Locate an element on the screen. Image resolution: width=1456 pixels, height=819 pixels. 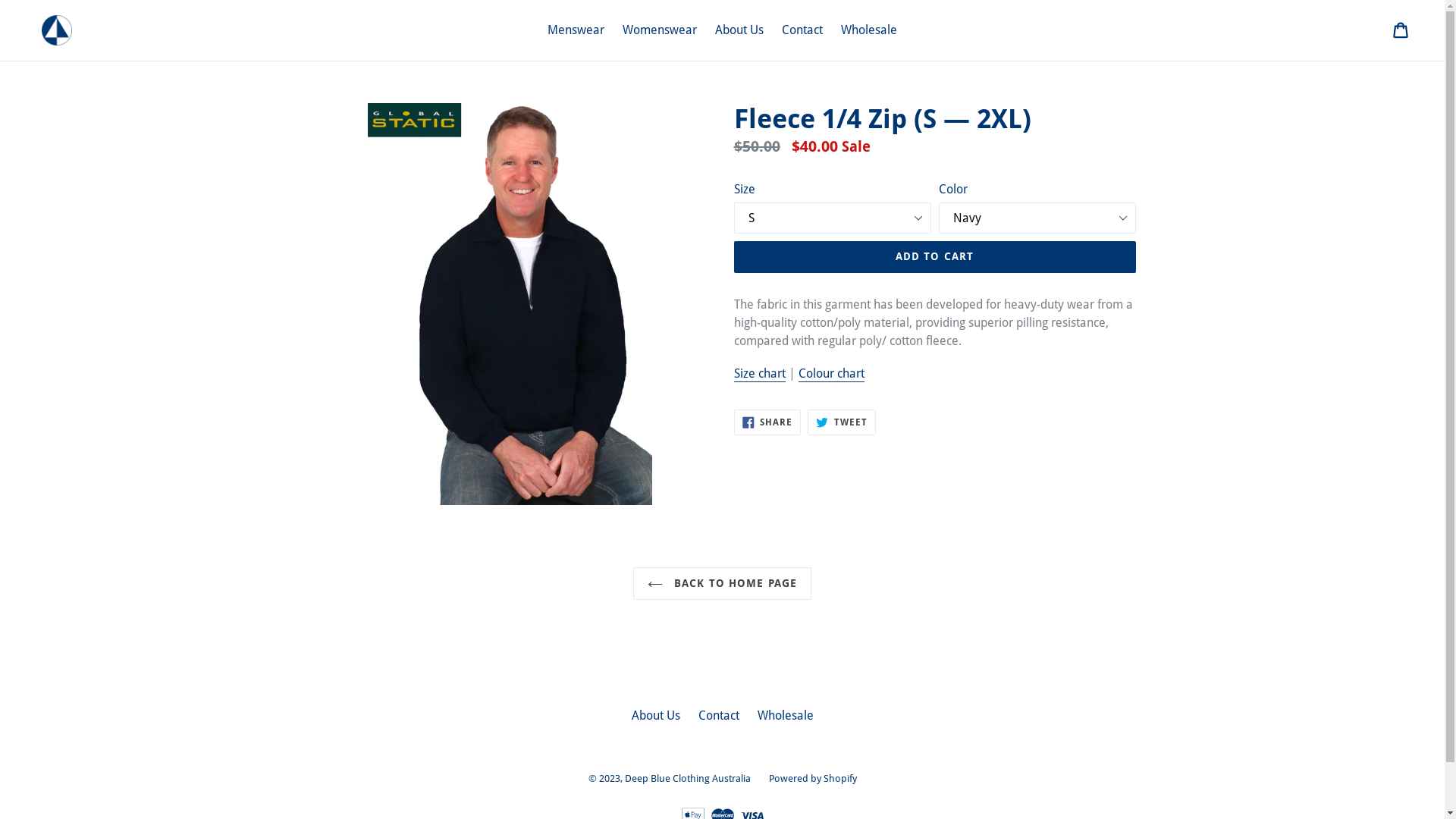
'Powered by Shopify' is located at coordinates (768, 778).